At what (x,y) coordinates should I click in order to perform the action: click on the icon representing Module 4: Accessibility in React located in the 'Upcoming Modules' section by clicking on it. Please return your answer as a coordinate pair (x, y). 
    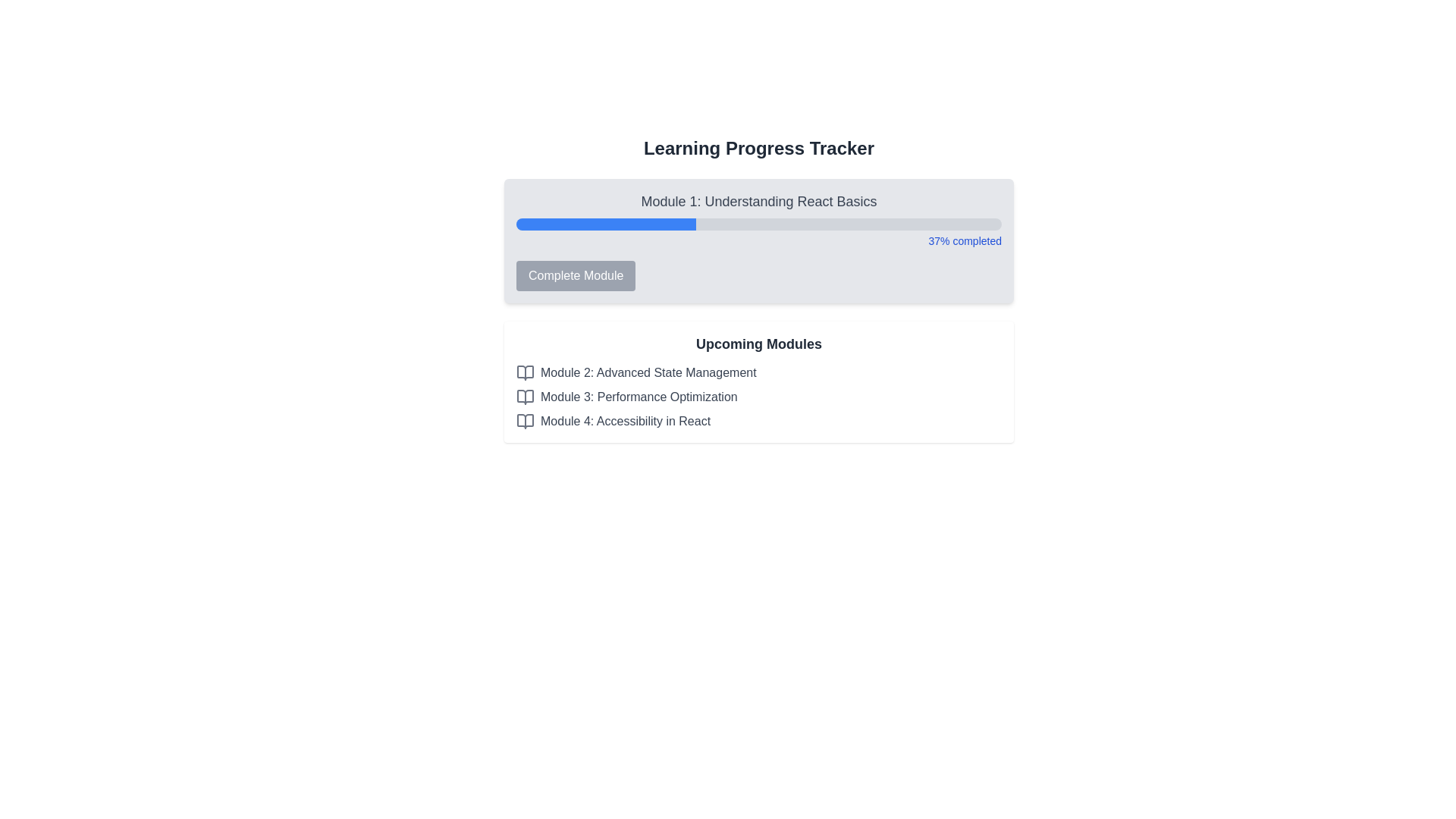
    Looking at the image, I should click on (525, 421).